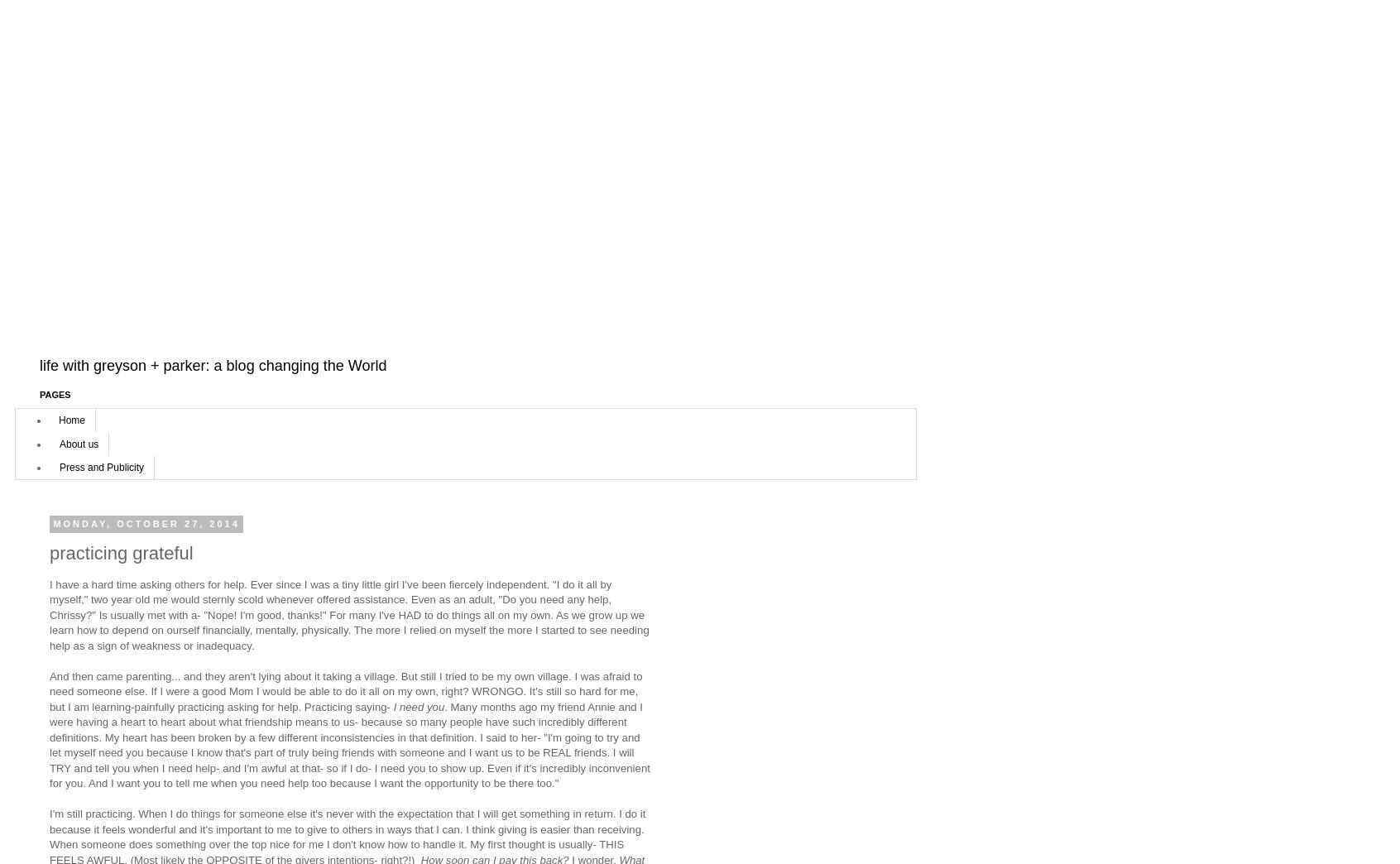 This screenshot has width=1400, height=864. Describe the element at coordinates (79, 442) in the screenshot. I see `'About us'` at that location.